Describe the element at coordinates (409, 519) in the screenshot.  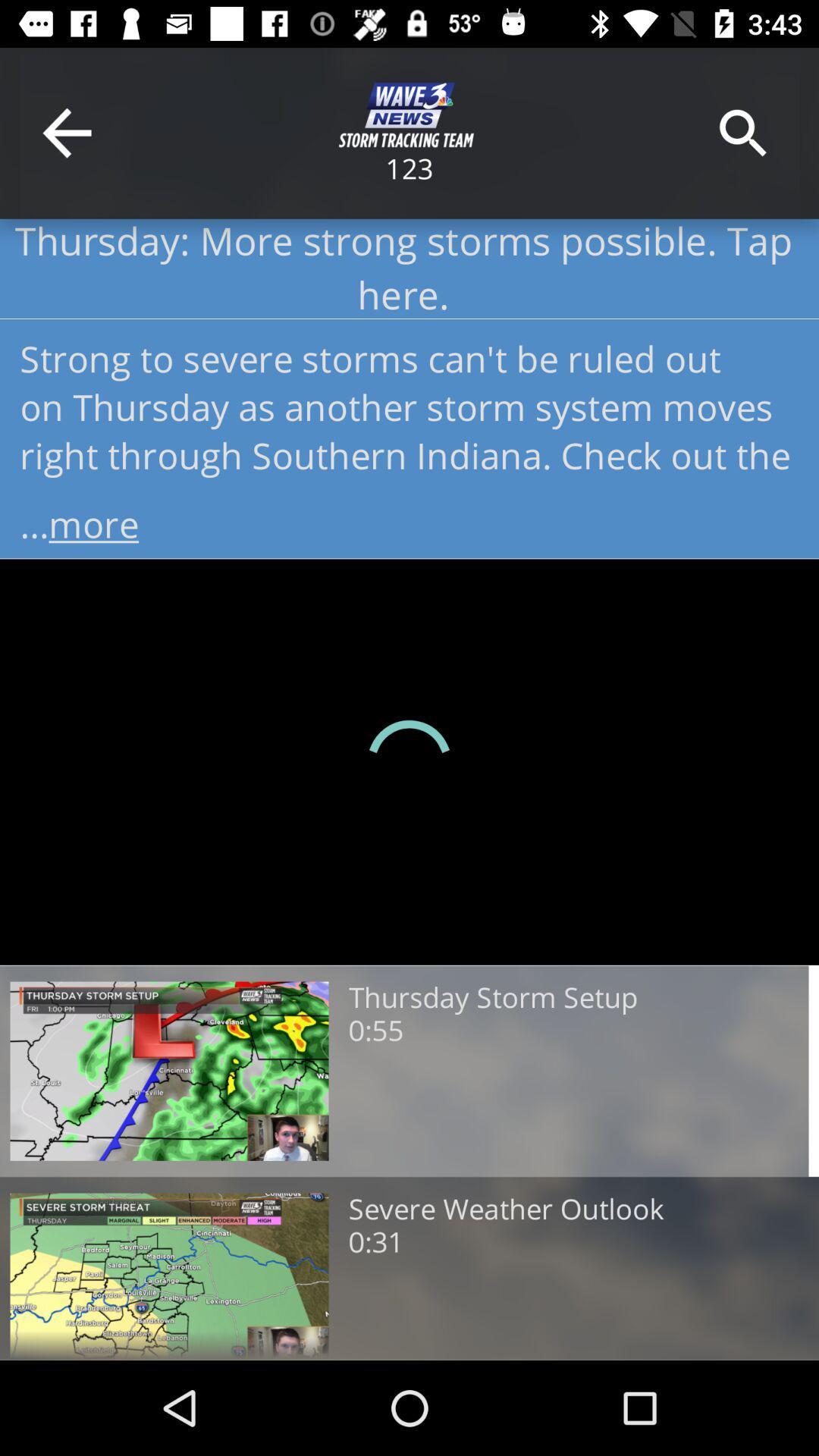
I see `...more item` at that location.